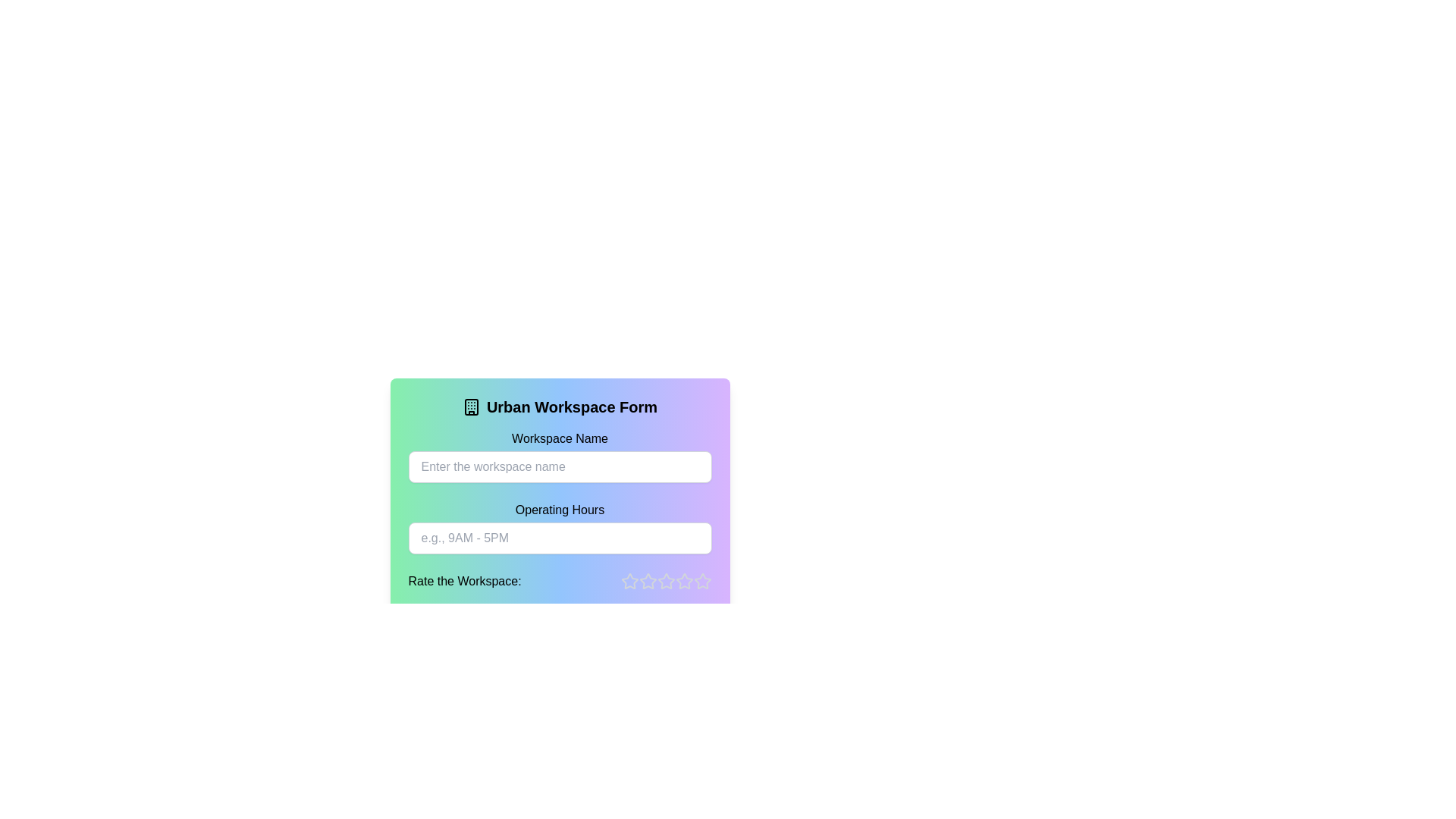 Image resolution: width=1456 pixels, height=819 pixels. Describe the element at coordinates (648, 580) in the screenshot. I see `the second star in the five-star rating system` at that location.